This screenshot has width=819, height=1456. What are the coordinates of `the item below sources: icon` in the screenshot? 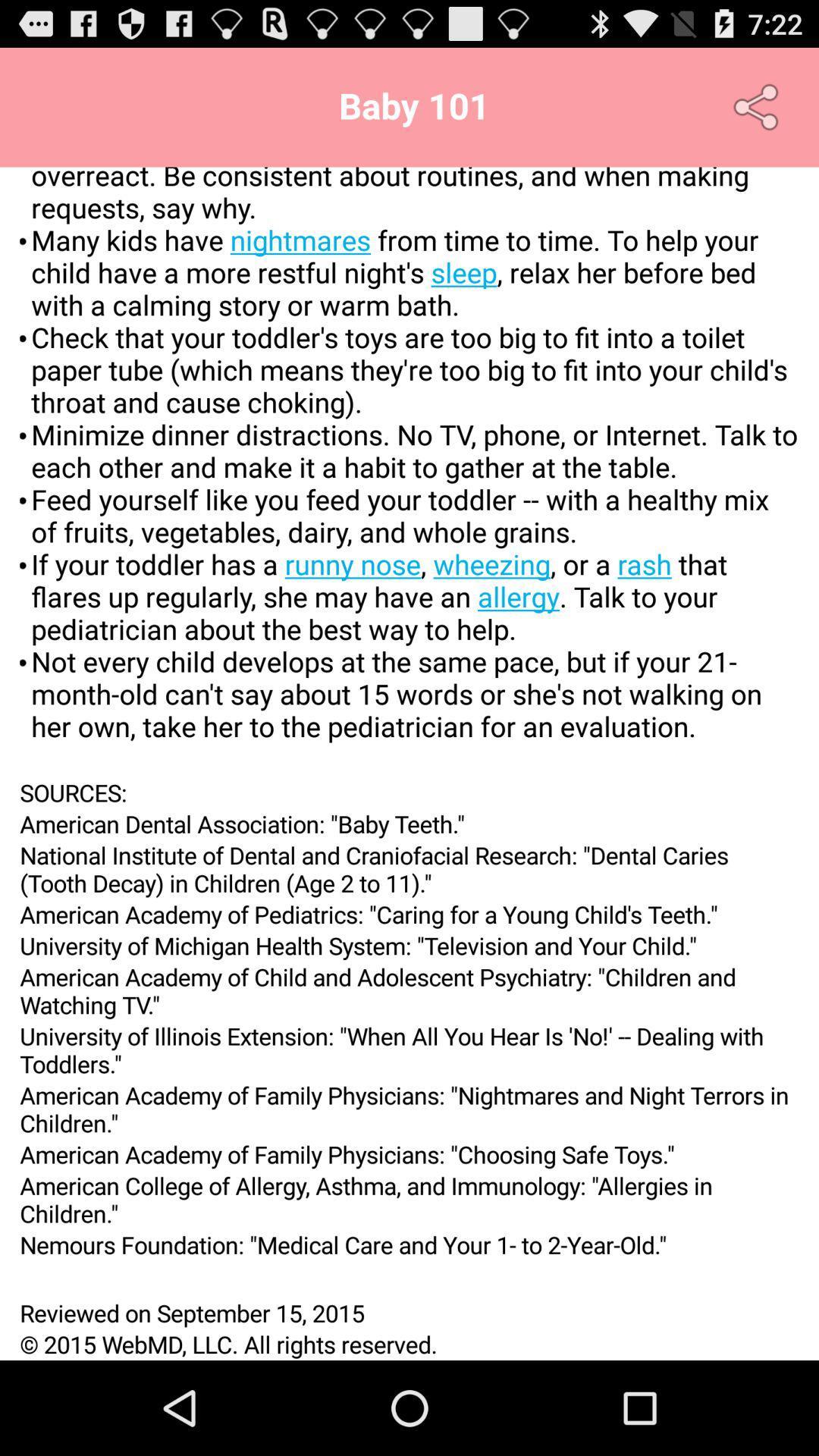 It's located at (409, 823).